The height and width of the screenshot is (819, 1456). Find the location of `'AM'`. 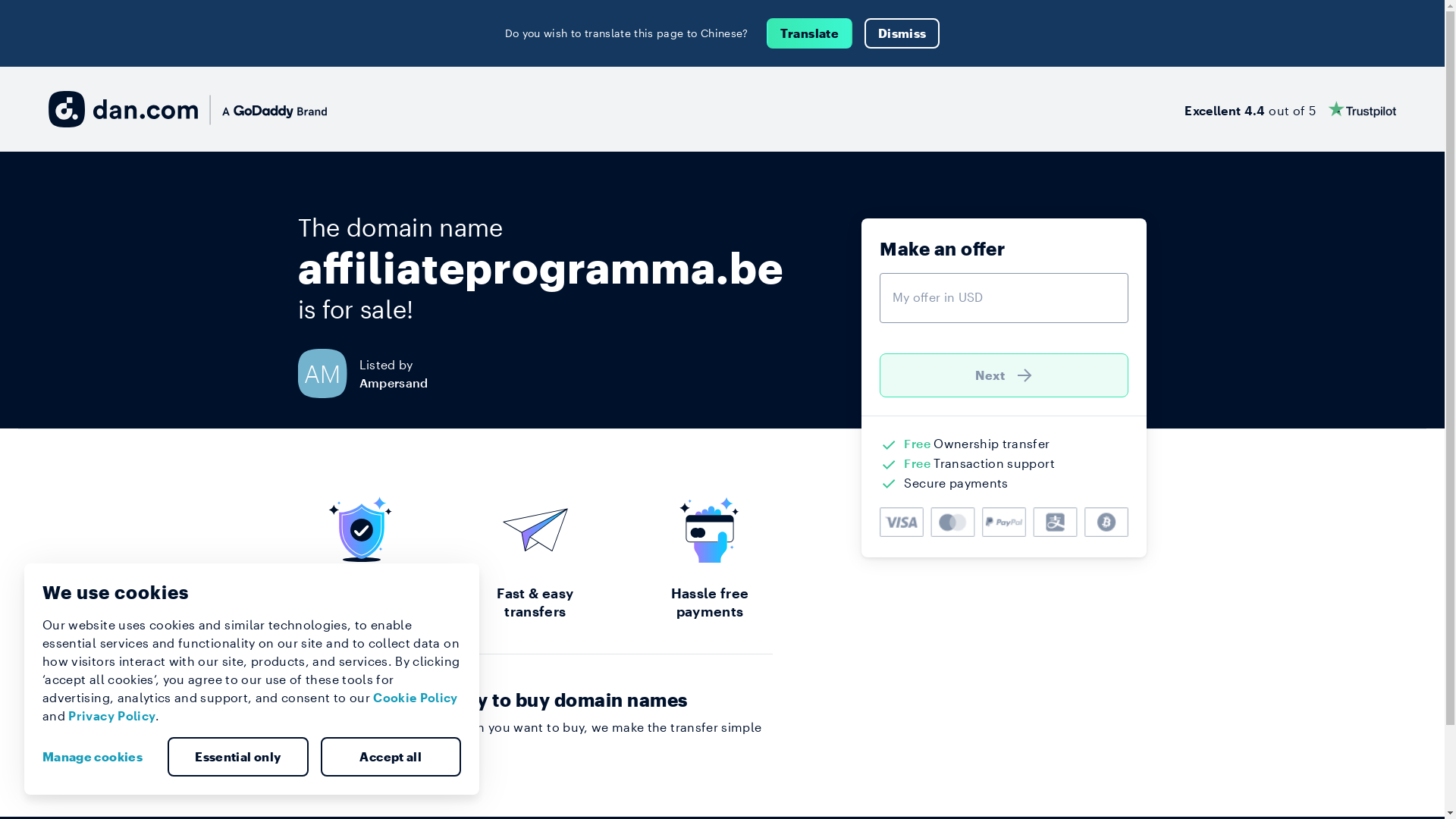

'AM' is located at coordinates (327, 373).